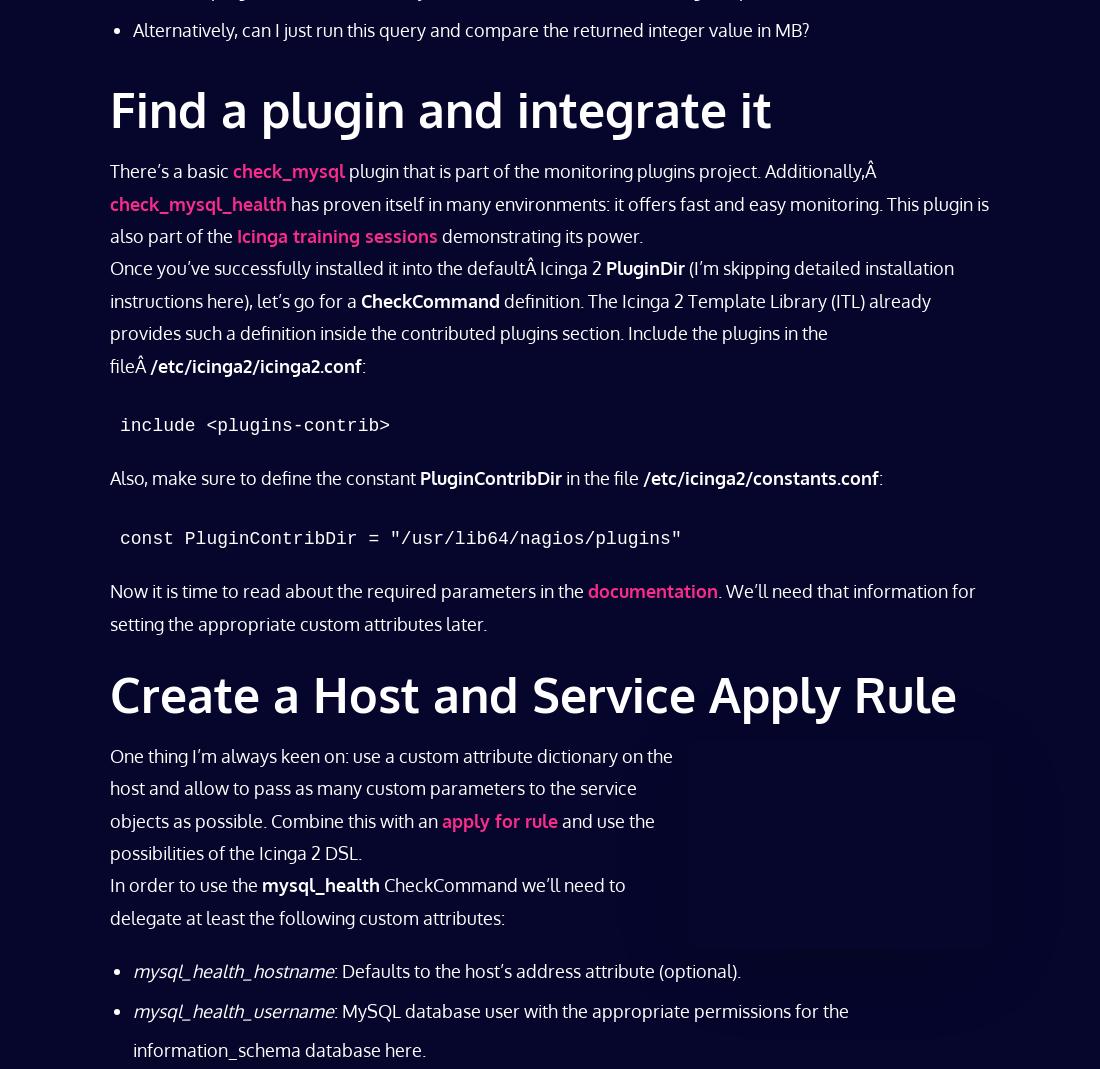 The image size is (1100, 1069). I want to click on 'Also, make sure to define the constant', so click(110, 476).